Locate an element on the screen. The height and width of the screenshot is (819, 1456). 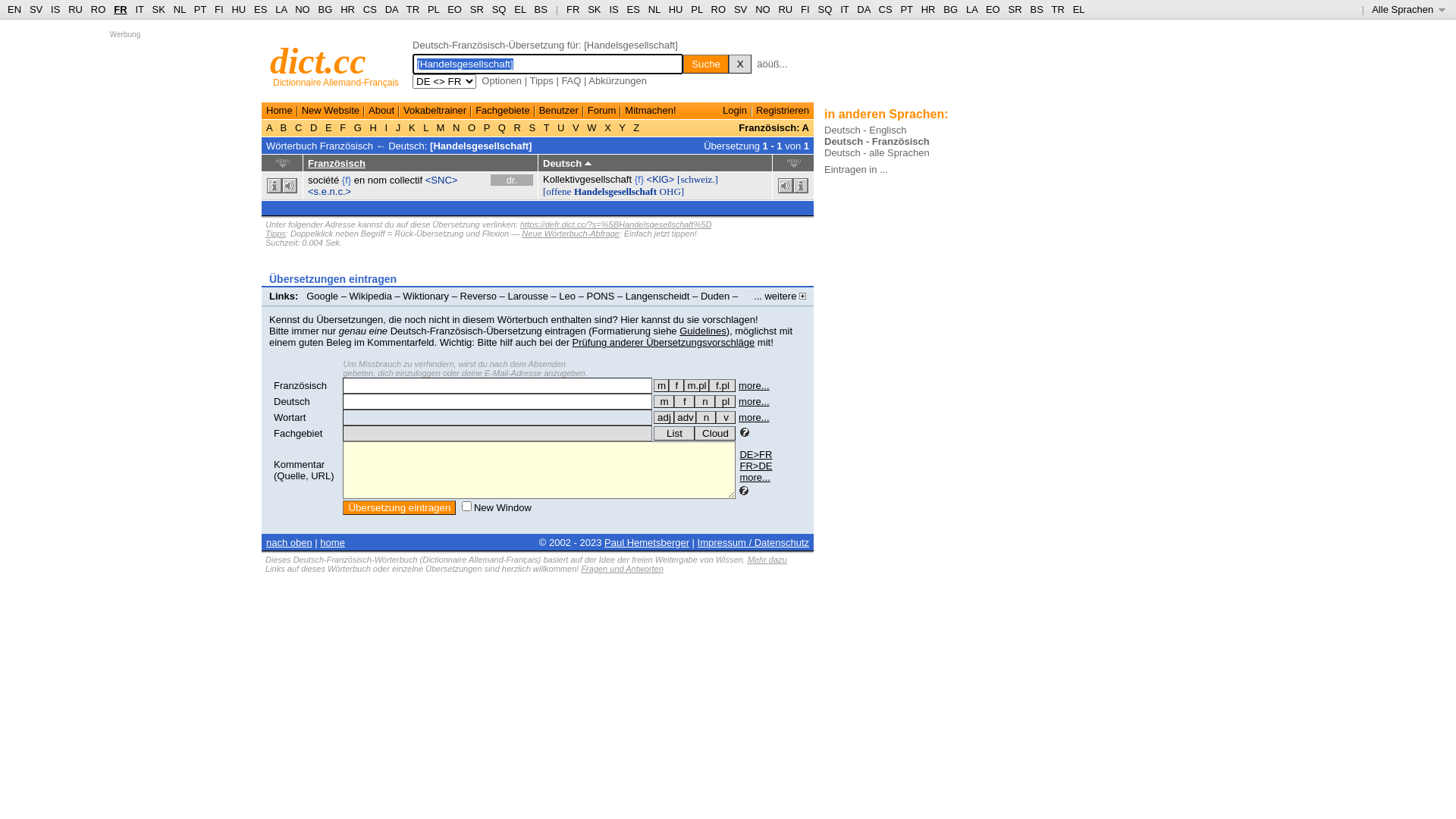
'HU' is located at coordinates (675, 9).